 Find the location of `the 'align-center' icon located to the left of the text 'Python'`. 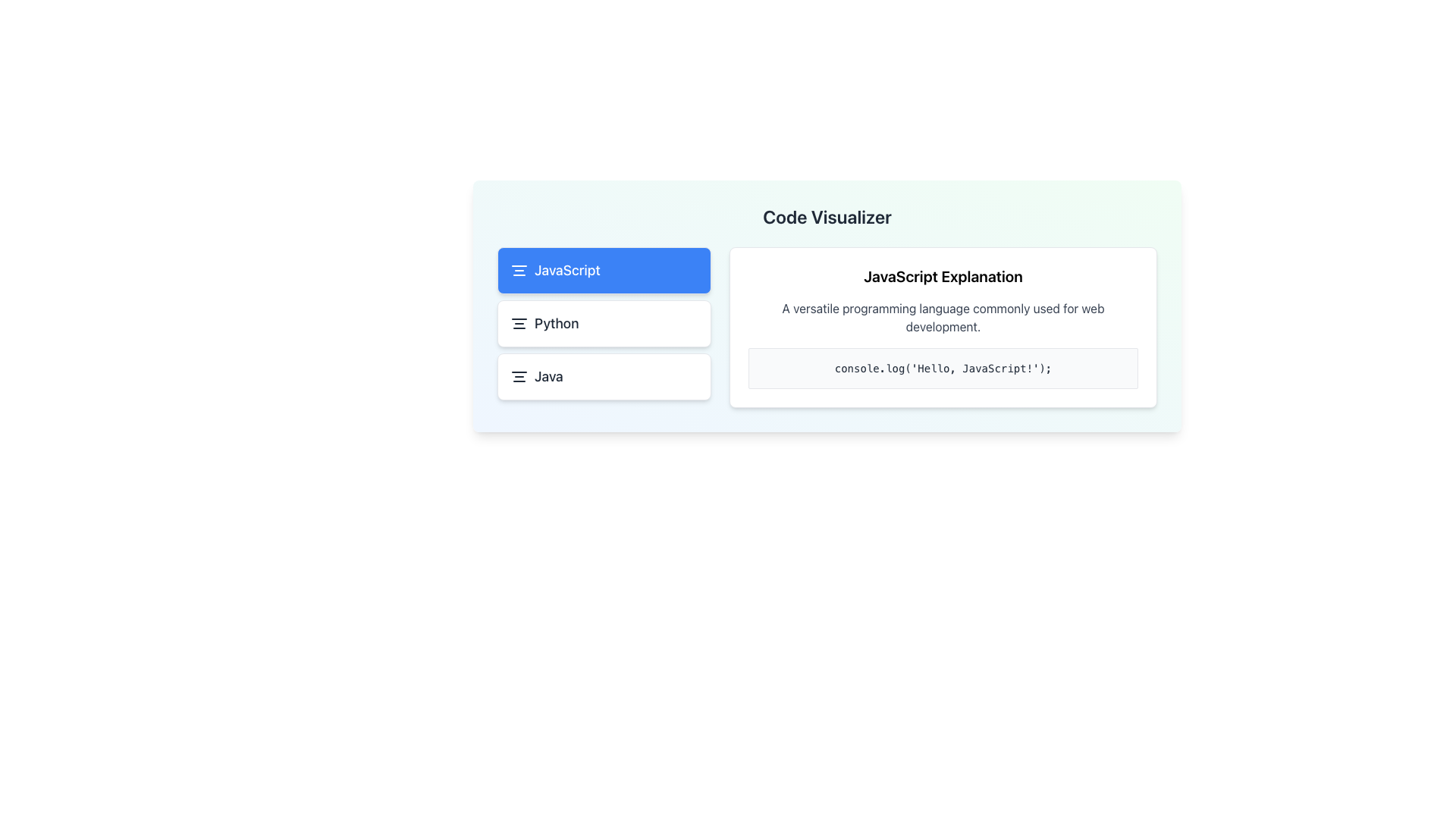

the 'align-center' icon located to the left of the text 'Python' is located at coordinates (519, 323).